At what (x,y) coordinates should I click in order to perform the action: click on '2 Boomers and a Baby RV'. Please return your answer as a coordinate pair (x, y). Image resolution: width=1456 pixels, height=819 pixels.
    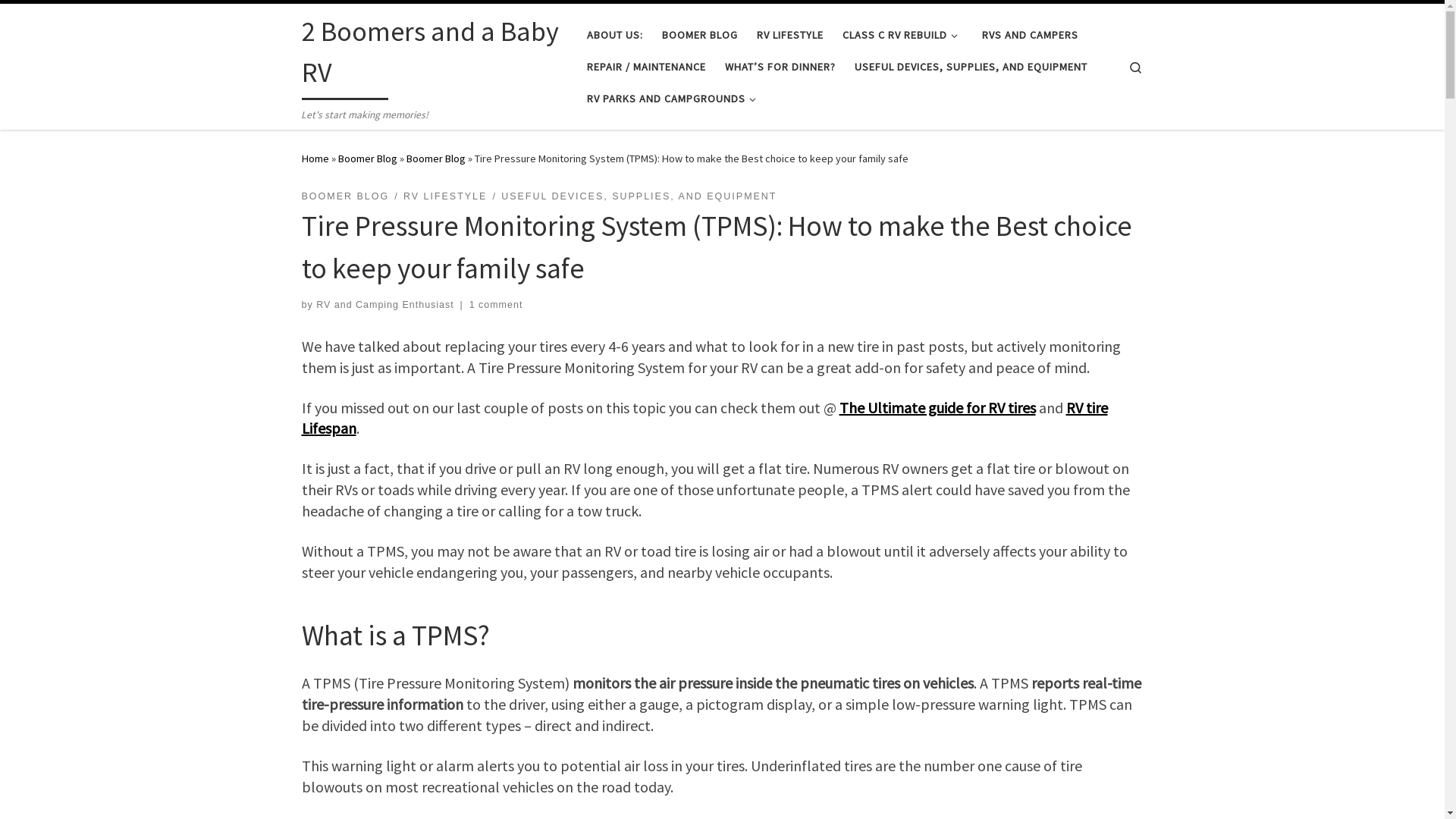
    Looking at the image, I should click on (432, 55).